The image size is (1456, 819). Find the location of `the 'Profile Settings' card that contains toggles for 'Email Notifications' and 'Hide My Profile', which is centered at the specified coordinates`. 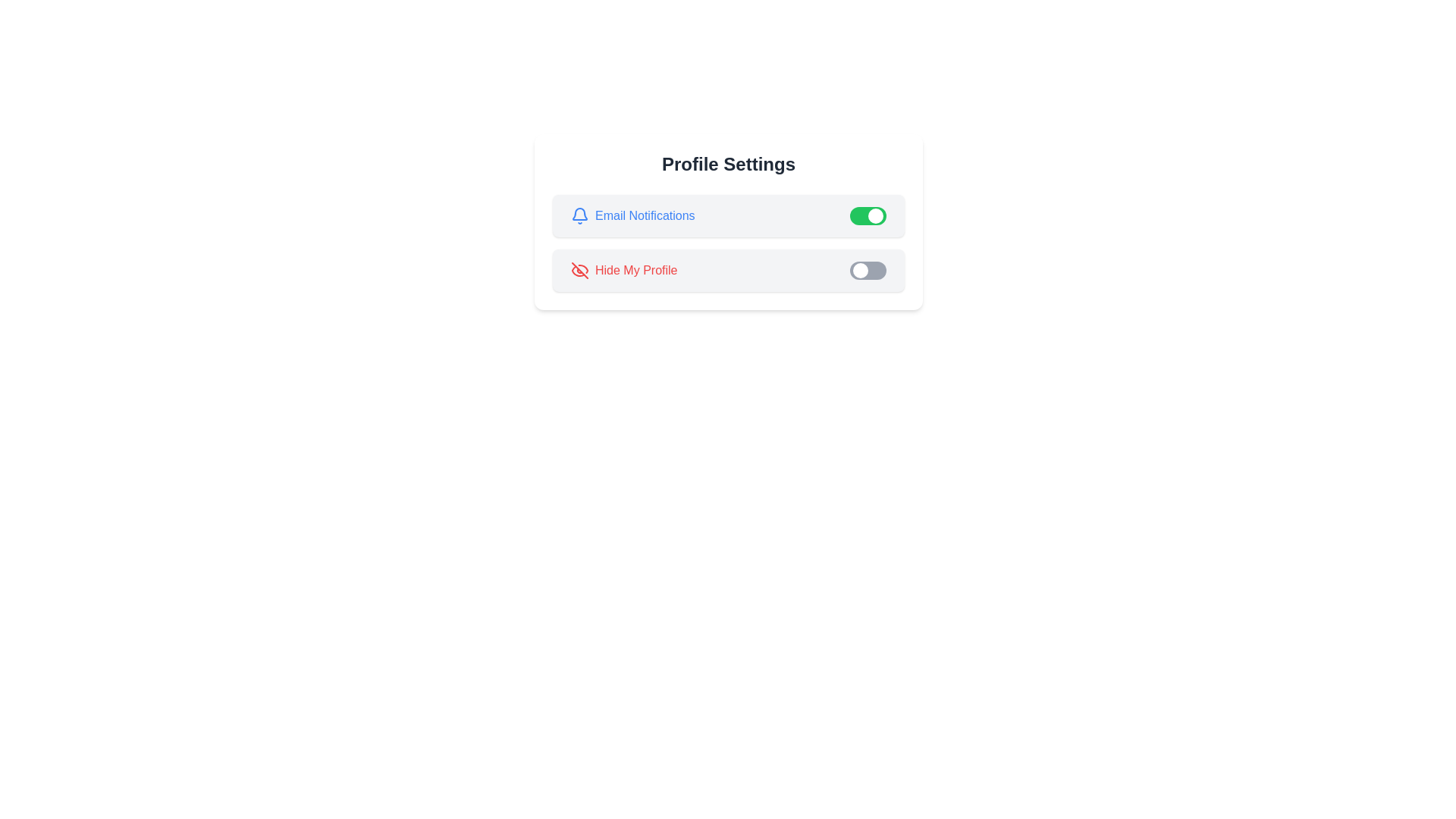

the 'Profile Settings' card that contains toggles for 'Email Notifications' and 'Hide My Profile', which is centered at the specified coordinates is located at coordinates (728, 222).